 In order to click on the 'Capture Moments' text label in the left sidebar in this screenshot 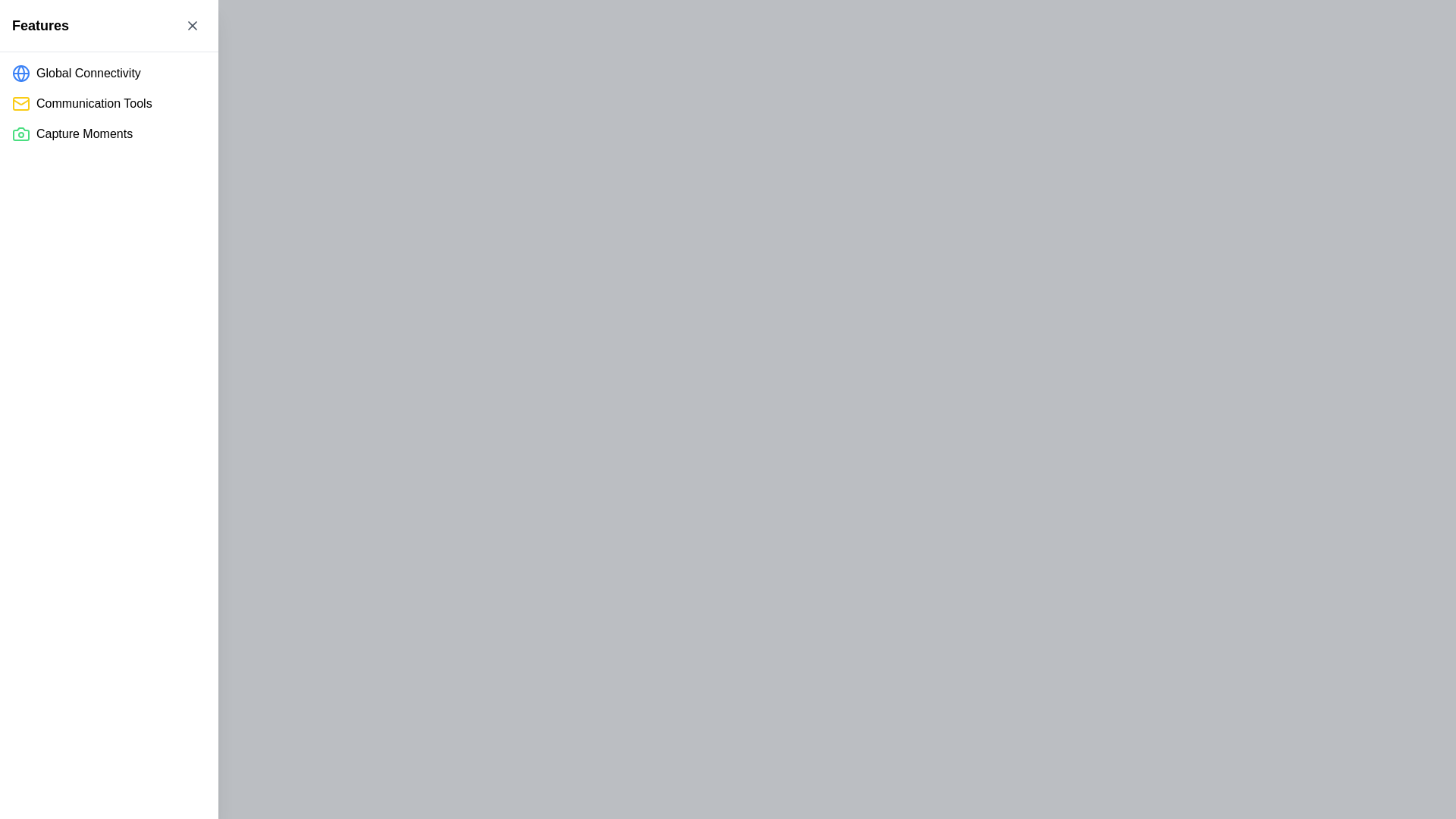, I will do `click(83, 133)`.